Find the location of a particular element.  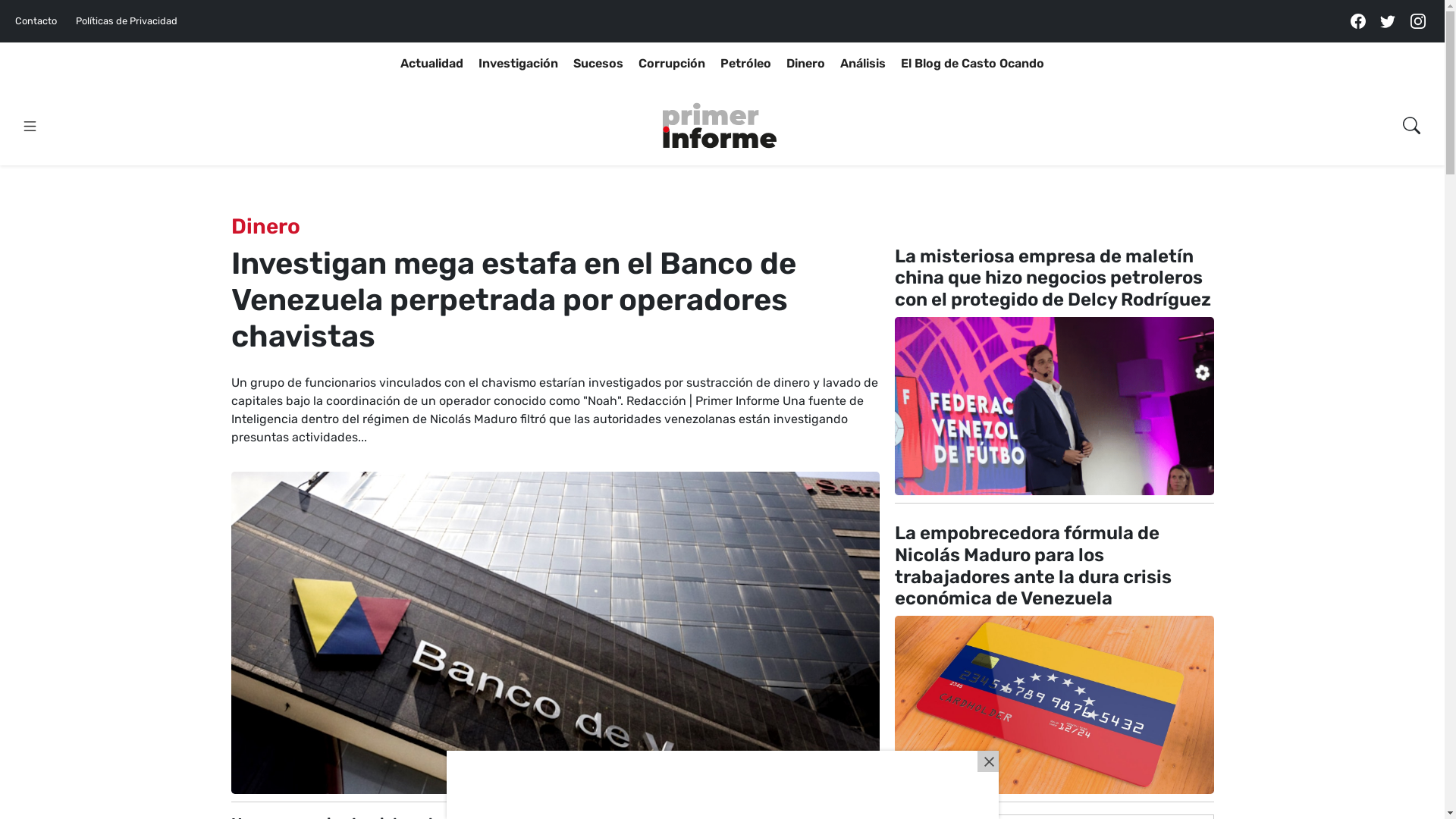

'BUSCAR' is located at coordinates (1382, 162).